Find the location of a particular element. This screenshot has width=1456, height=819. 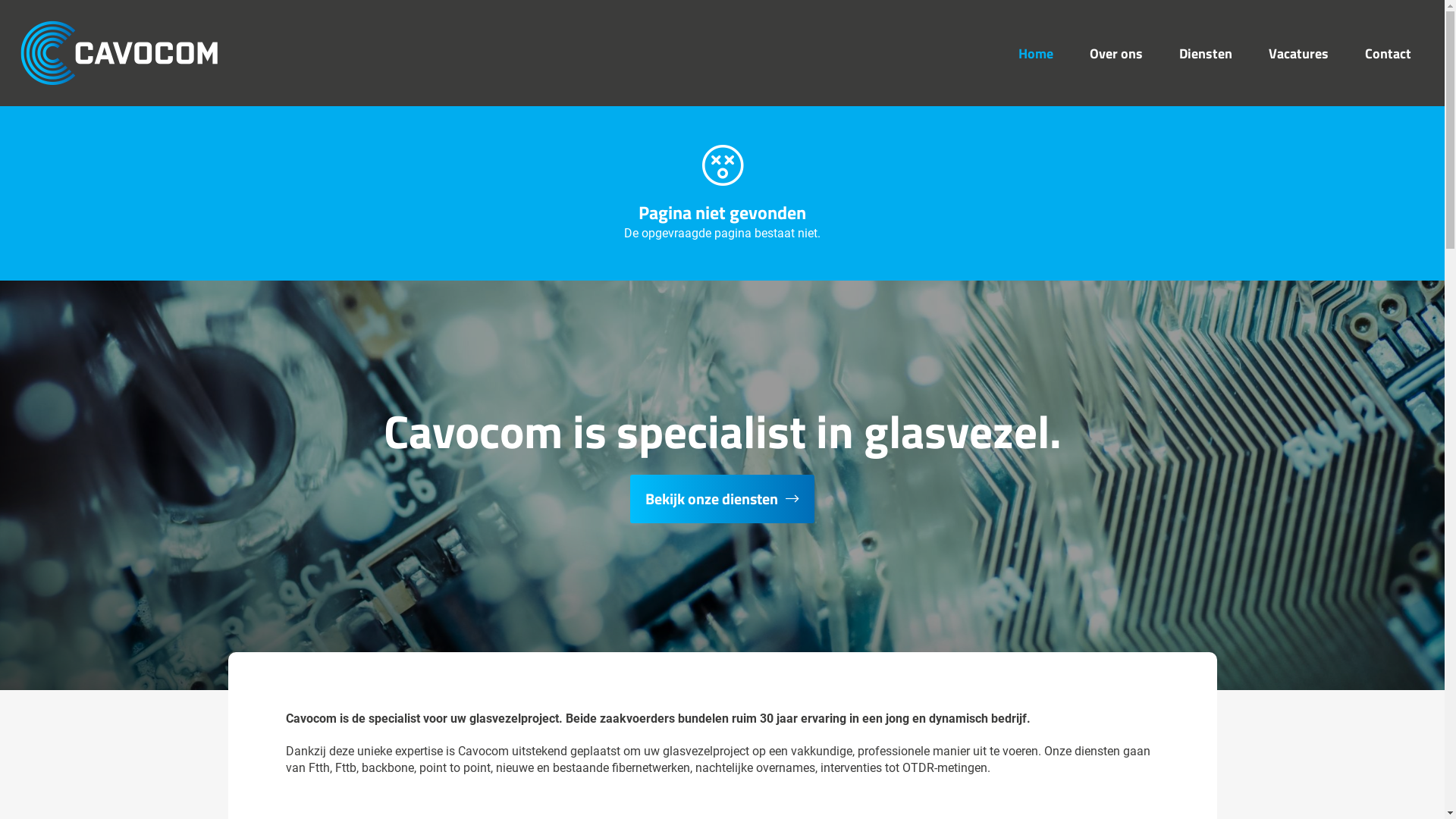

'Vacatures' is located at coordinates (1298, 52).